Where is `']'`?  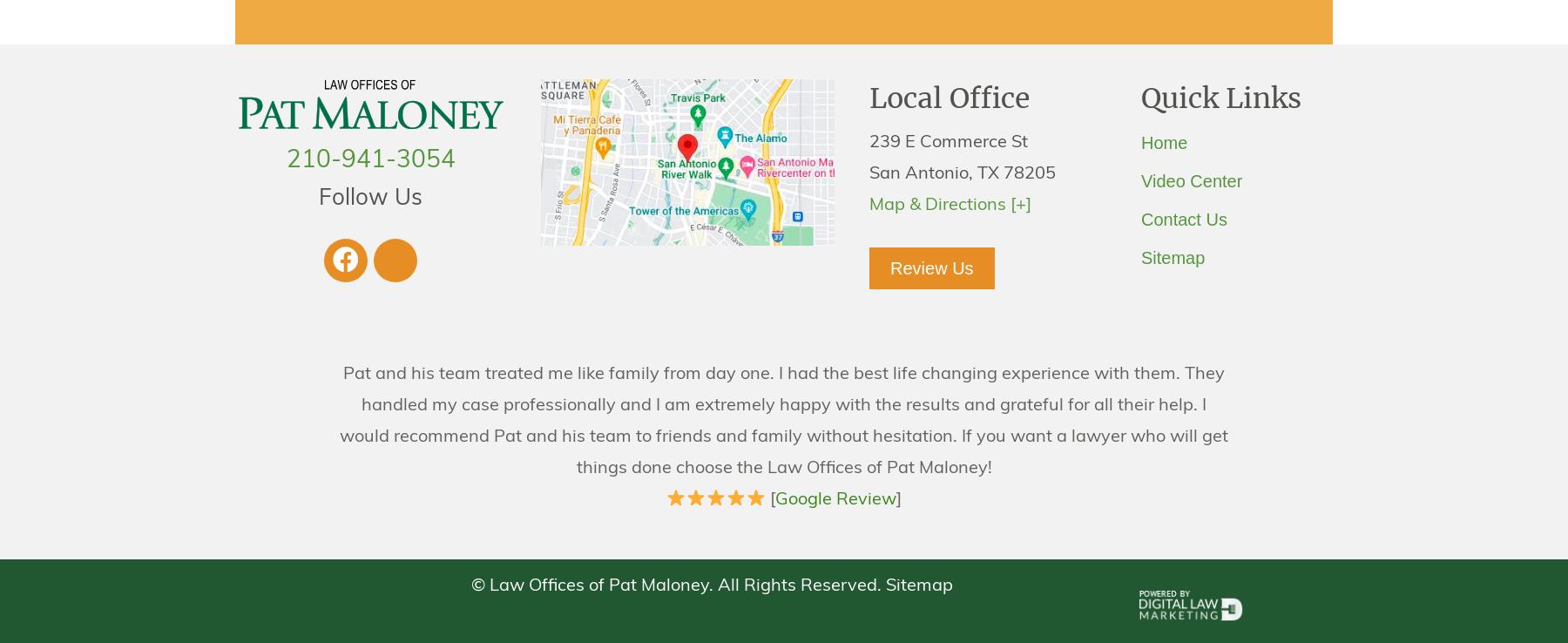
']' is located at coordinates (895, 500).